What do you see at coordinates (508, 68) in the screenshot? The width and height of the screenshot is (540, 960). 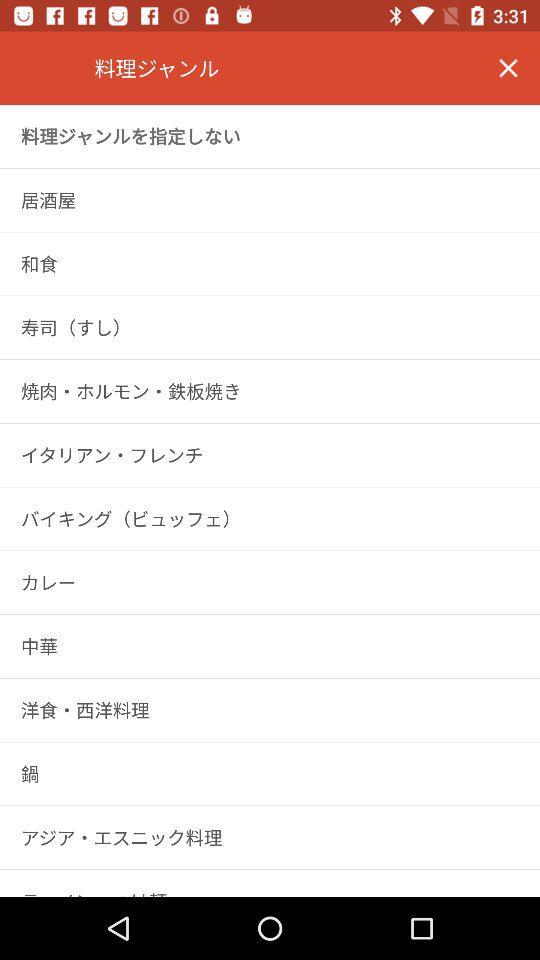 I see `cross button at top right` at bounding box center [508, 68].